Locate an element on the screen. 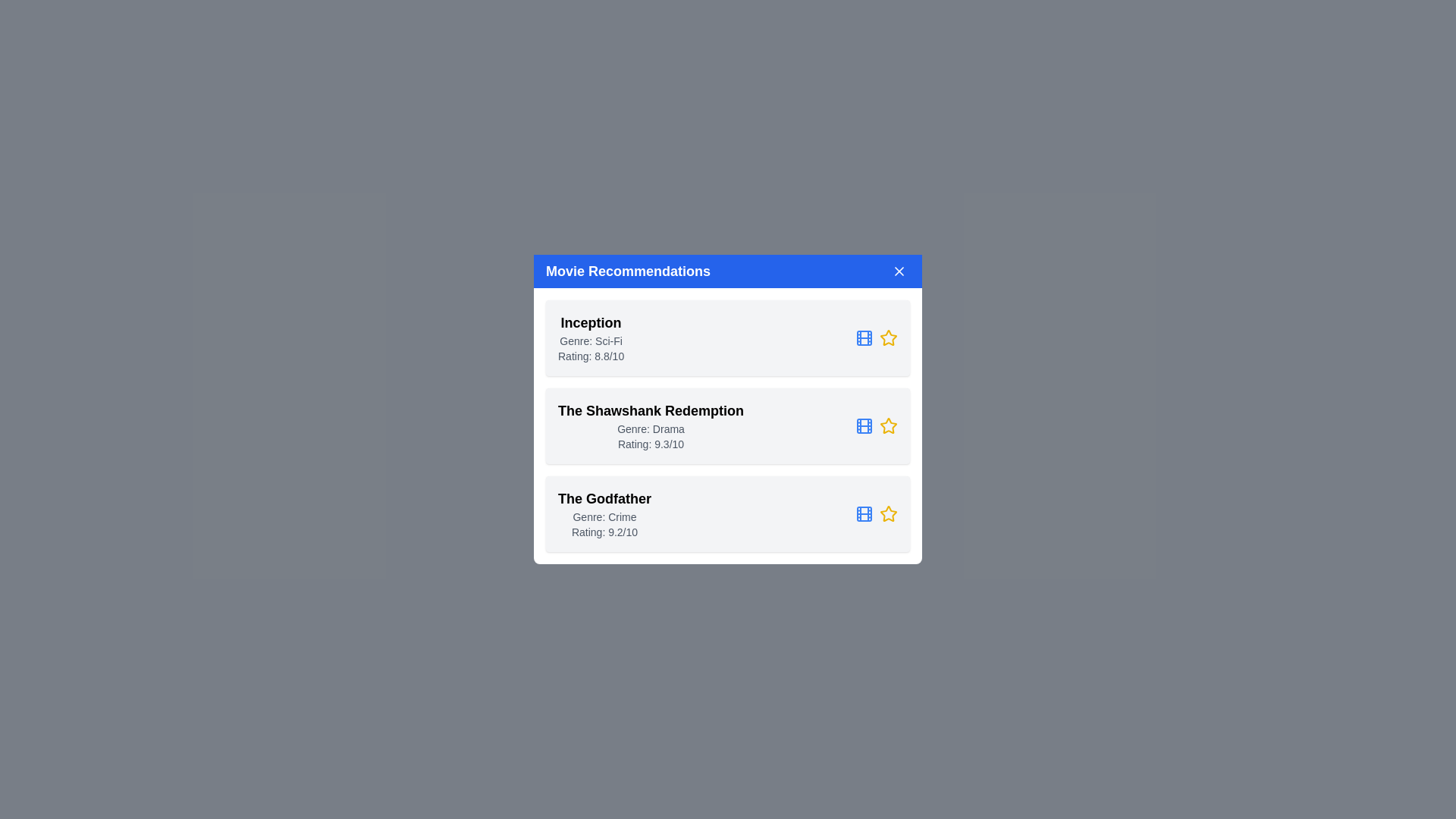  the Film icon for the movie The Godfather is located at coordinates (864, 513).